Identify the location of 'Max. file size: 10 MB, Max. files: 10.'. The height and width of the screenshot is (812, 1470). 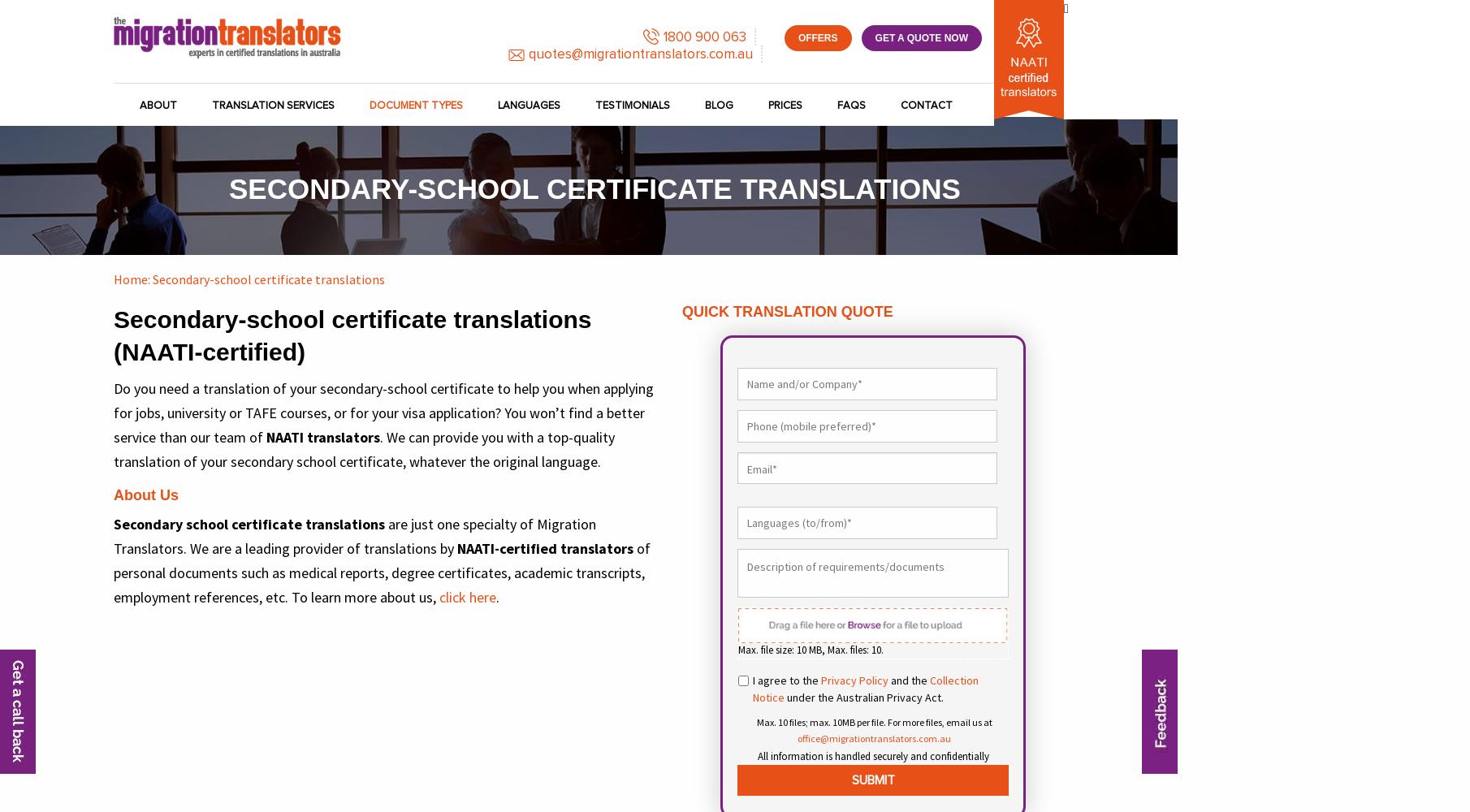
(810, 650).